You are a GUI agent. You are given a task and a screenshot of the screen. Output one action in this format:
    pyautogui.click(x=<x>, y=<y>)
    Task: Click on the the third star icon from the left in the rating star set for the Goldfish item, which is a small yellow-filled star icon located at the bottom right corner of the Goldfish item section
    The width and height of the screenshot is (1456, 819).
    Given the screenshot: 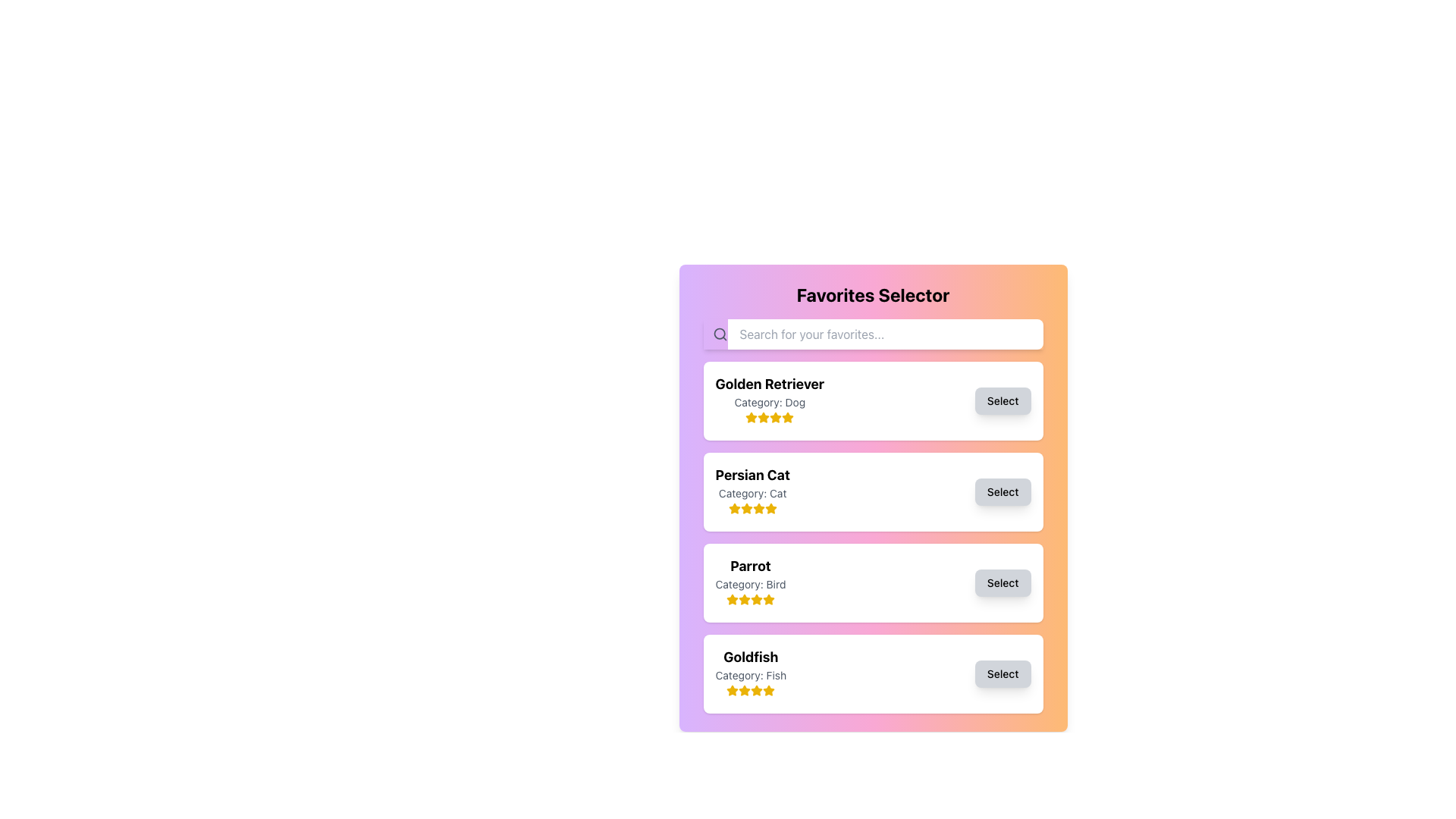 What is the action you would take?
    pyautogui.click(x=745, y=690)
    